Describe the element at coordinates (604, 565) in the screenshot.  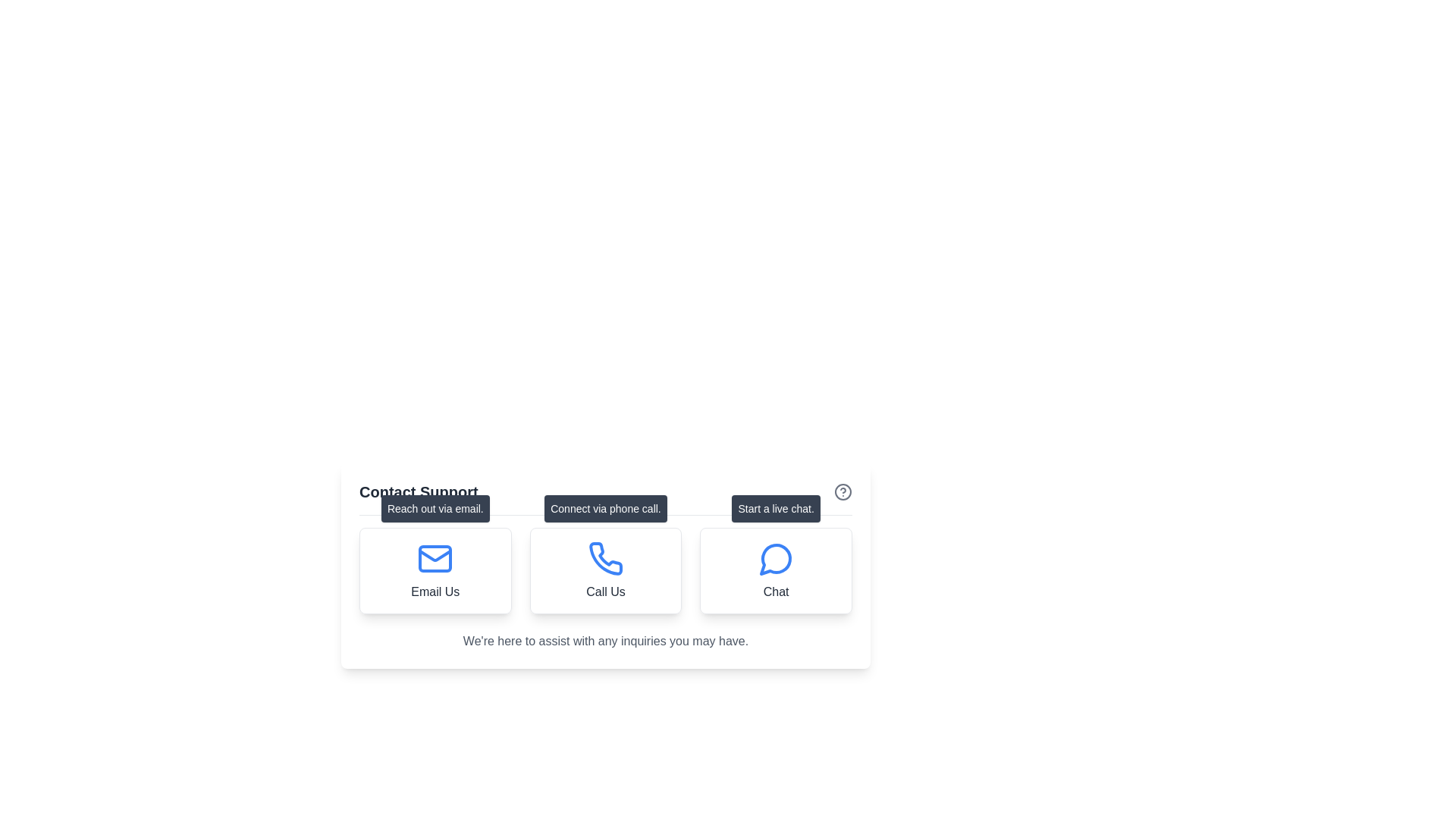
I see `the 'Call Us' button, which is a rectangular button with a blue phone icon located in the central column of a three-column layout, to initiate a phone call` at that location.